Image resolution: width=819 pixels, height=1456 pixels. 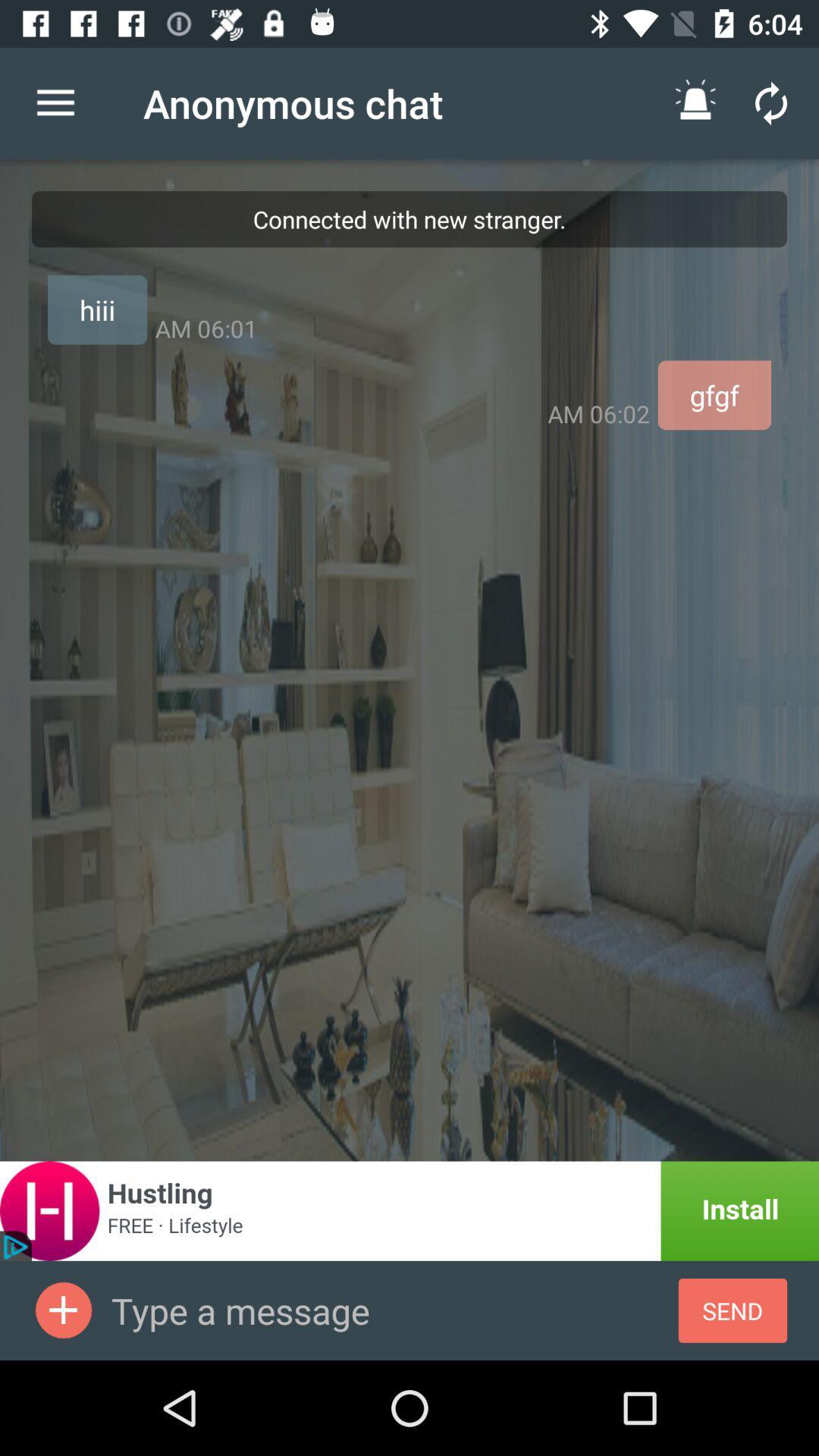 What do you see at coordinates (409, 1210) in the screenshot?
I see `advertisement banner` at bounding box center [409, 1210].